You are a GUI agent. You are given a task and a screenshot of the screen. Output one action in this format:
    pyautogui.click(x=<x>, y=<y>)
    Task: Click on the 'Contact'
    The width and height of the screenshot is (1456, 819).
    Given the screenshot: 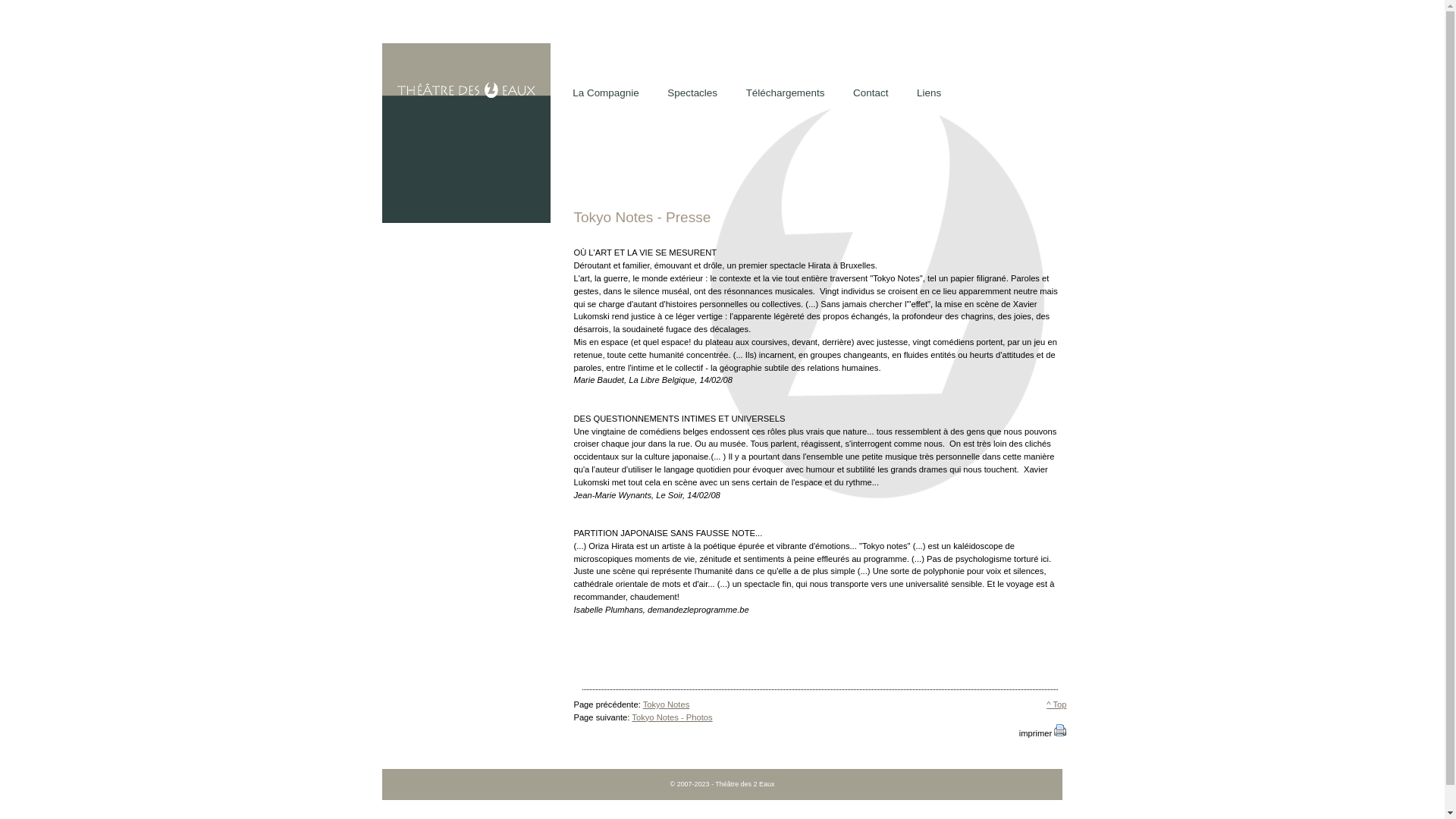 What is the action you would take?
    pyautogui.click(x=837, y=93)
    